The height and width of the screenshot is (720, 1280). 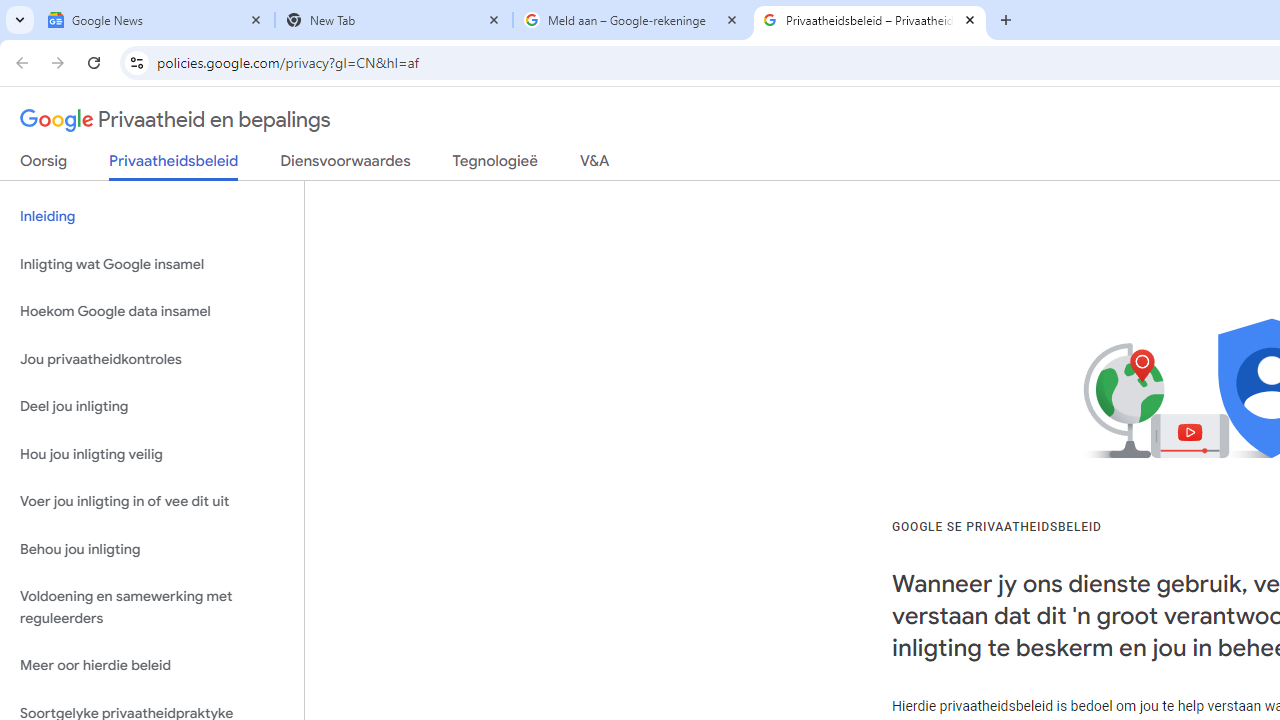 What do you see at coordinates (151, 312) in the screenshot?
I see `'Hoekom Google data insamel'` at bounding box center [151, 312].